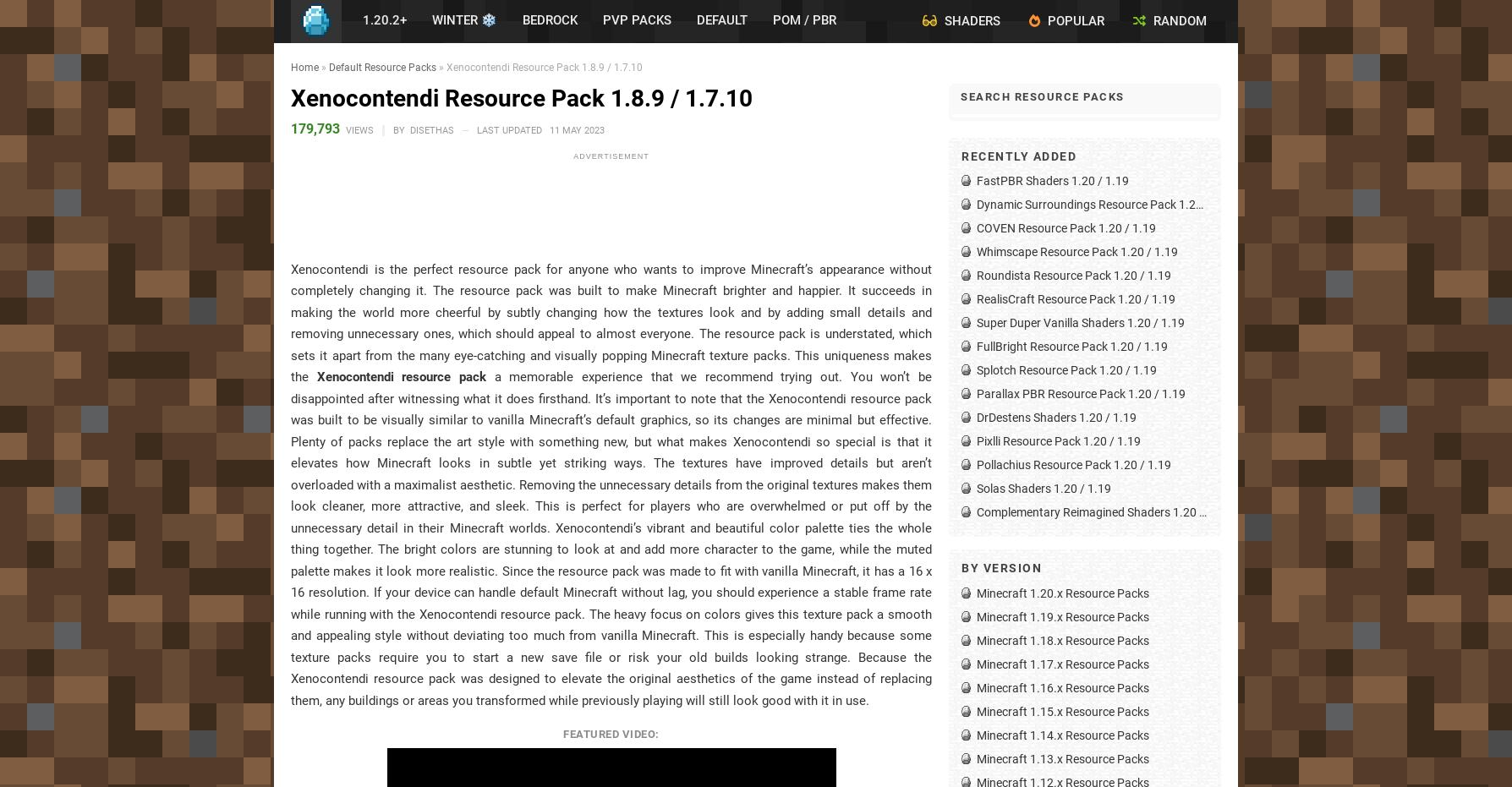 Image resolution: width=1512 pixels, height=787 pixels. I want to click on 'FullBright Resource Pack 1.20 / 1.19', so click(1071, 346).